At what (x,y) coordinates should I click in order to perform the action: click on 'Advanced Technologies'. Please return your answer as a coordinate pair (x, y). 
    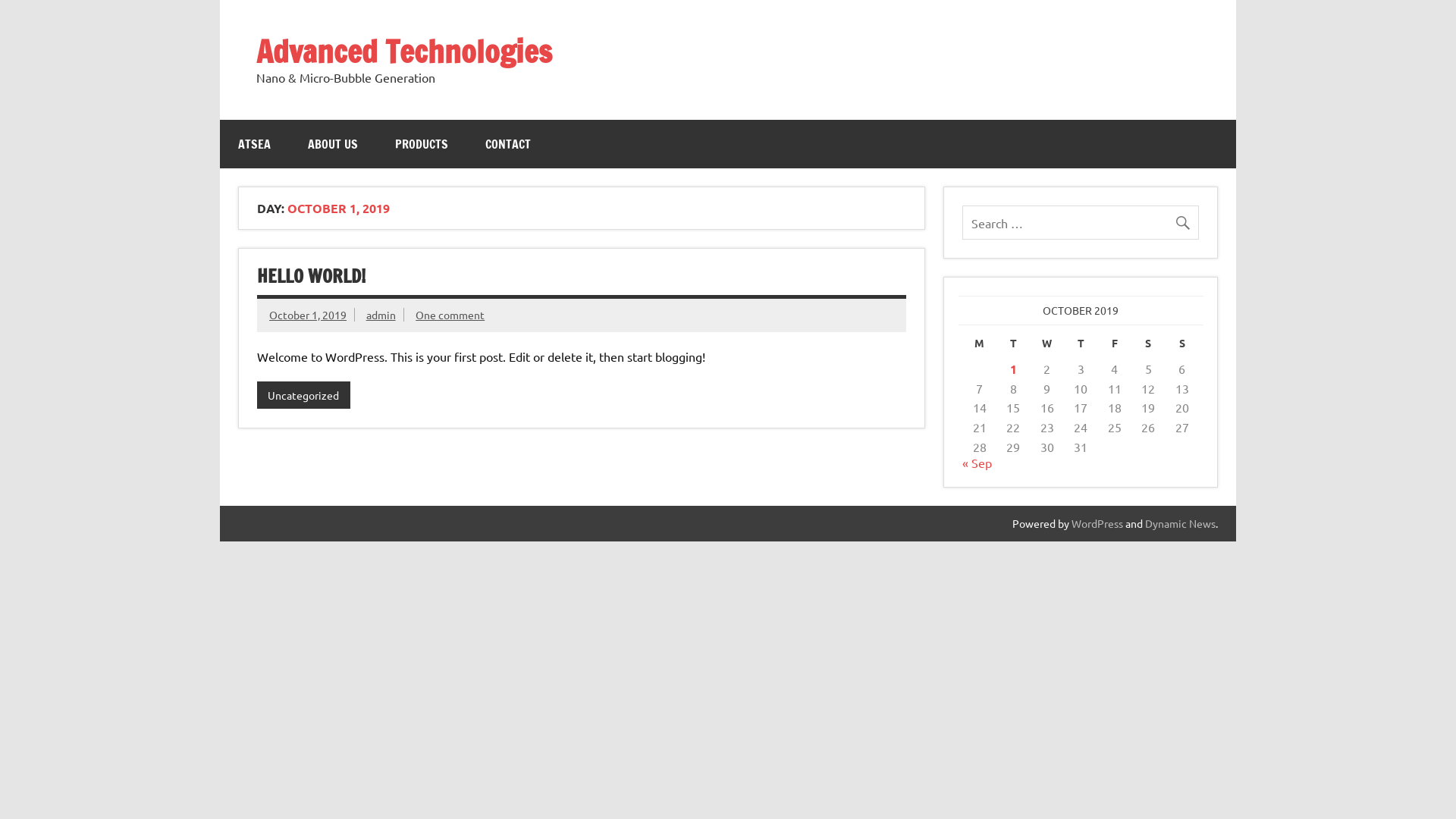
    Looking at the image, I should click on (403, 50).